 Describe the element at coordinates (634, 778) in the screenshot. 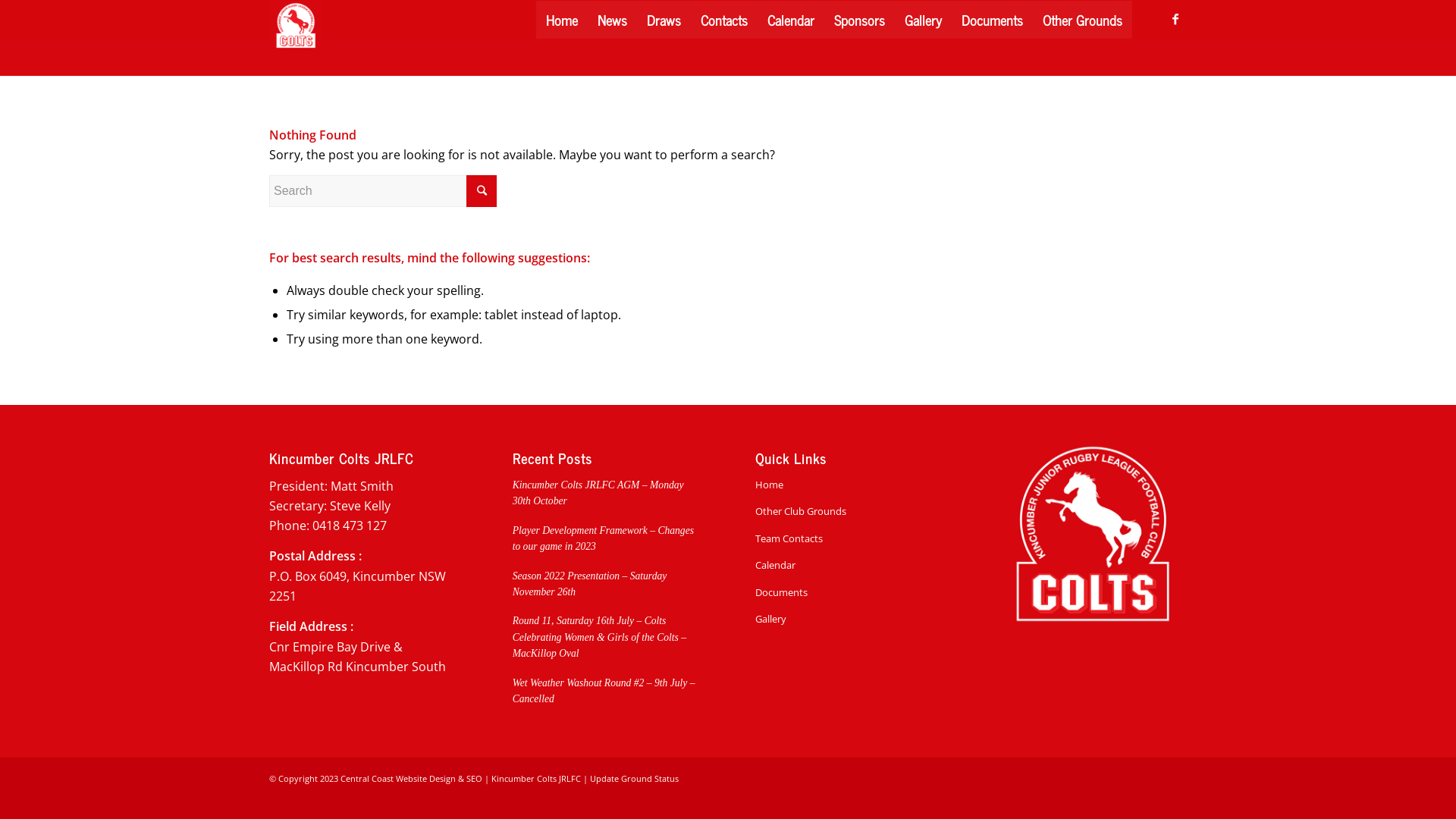

I see `'Update Ground Status'` at that location.